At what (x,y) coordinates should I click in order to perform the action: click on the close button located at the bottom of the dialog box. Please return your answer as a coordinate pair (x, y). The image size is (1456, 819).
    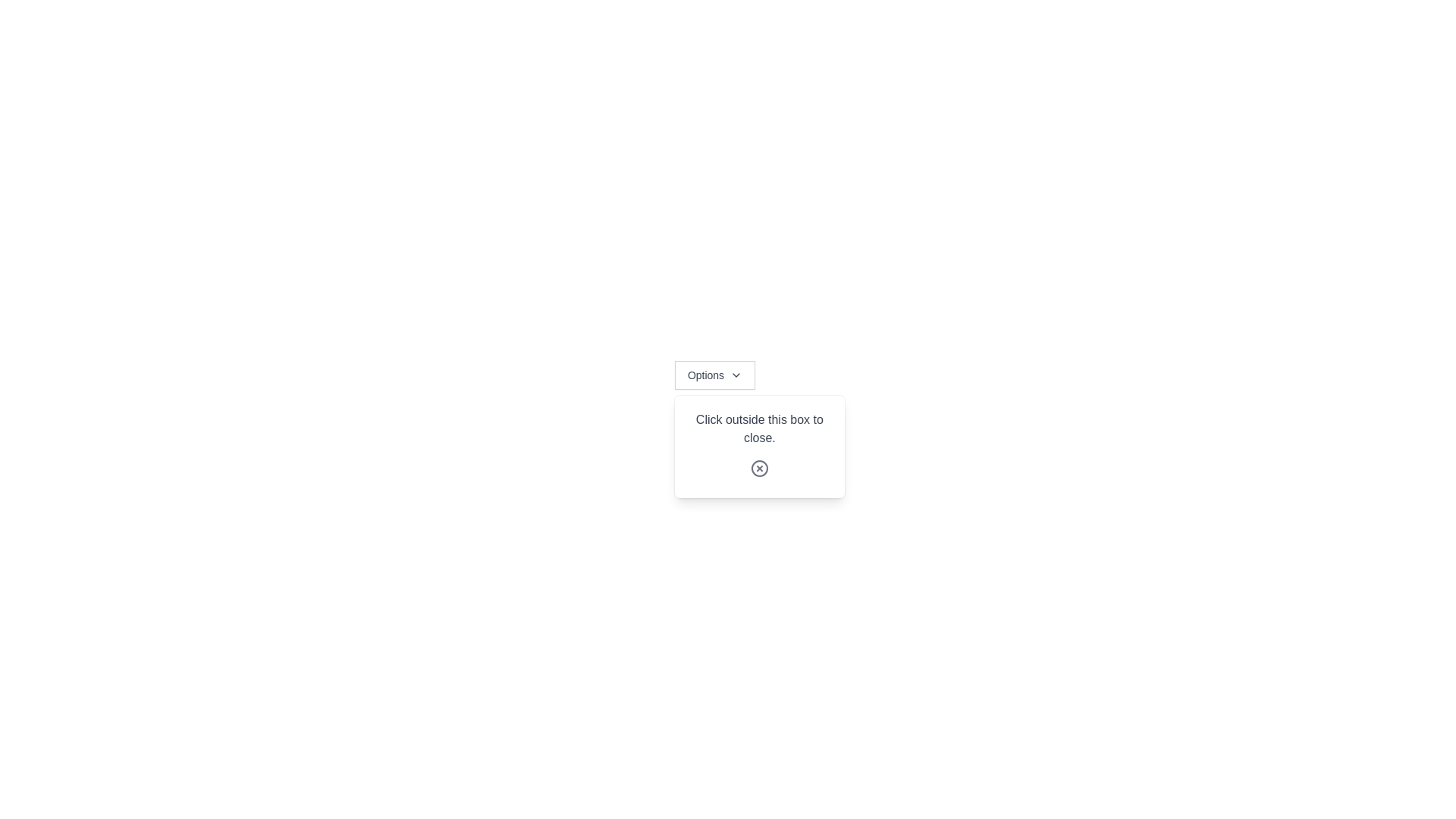
    Looking at the image, I should click on (759, 467).